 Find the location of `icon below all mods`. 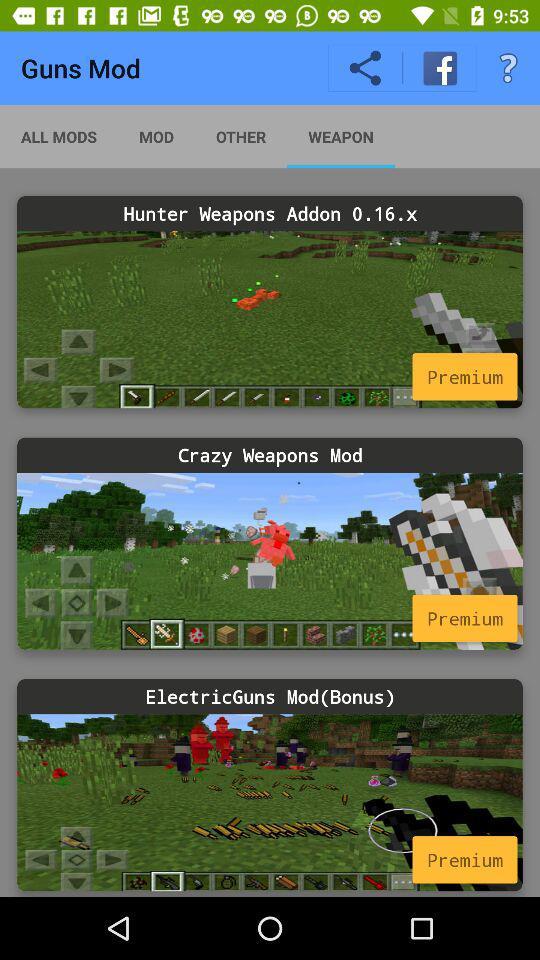

icon below all mods is located at coordinates (270, 213).